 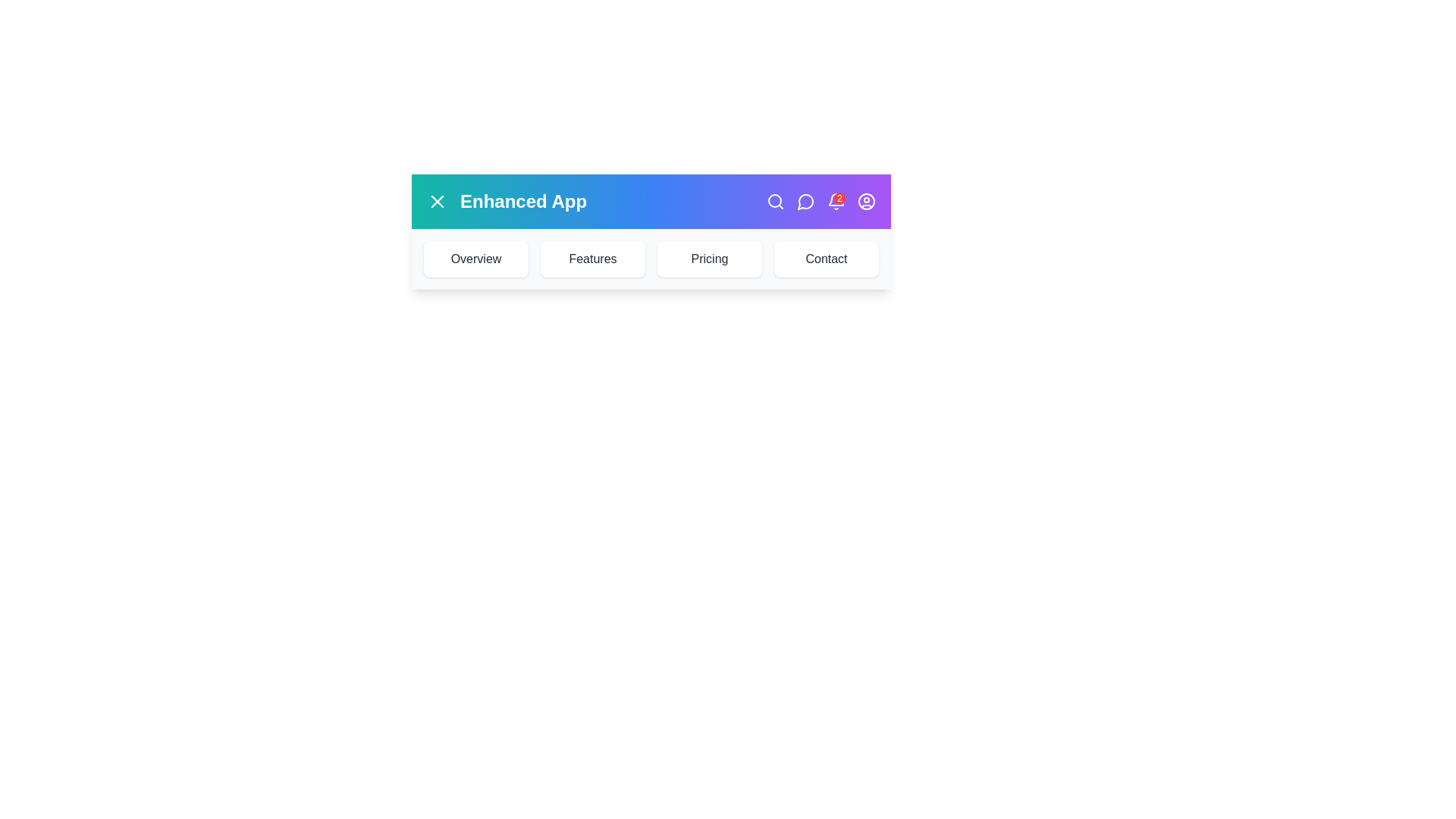 What do you see at coordinates (866, 201) in the screenshot?
I see `the user icon to access user-related functionality` at bounding box center [866, 201].